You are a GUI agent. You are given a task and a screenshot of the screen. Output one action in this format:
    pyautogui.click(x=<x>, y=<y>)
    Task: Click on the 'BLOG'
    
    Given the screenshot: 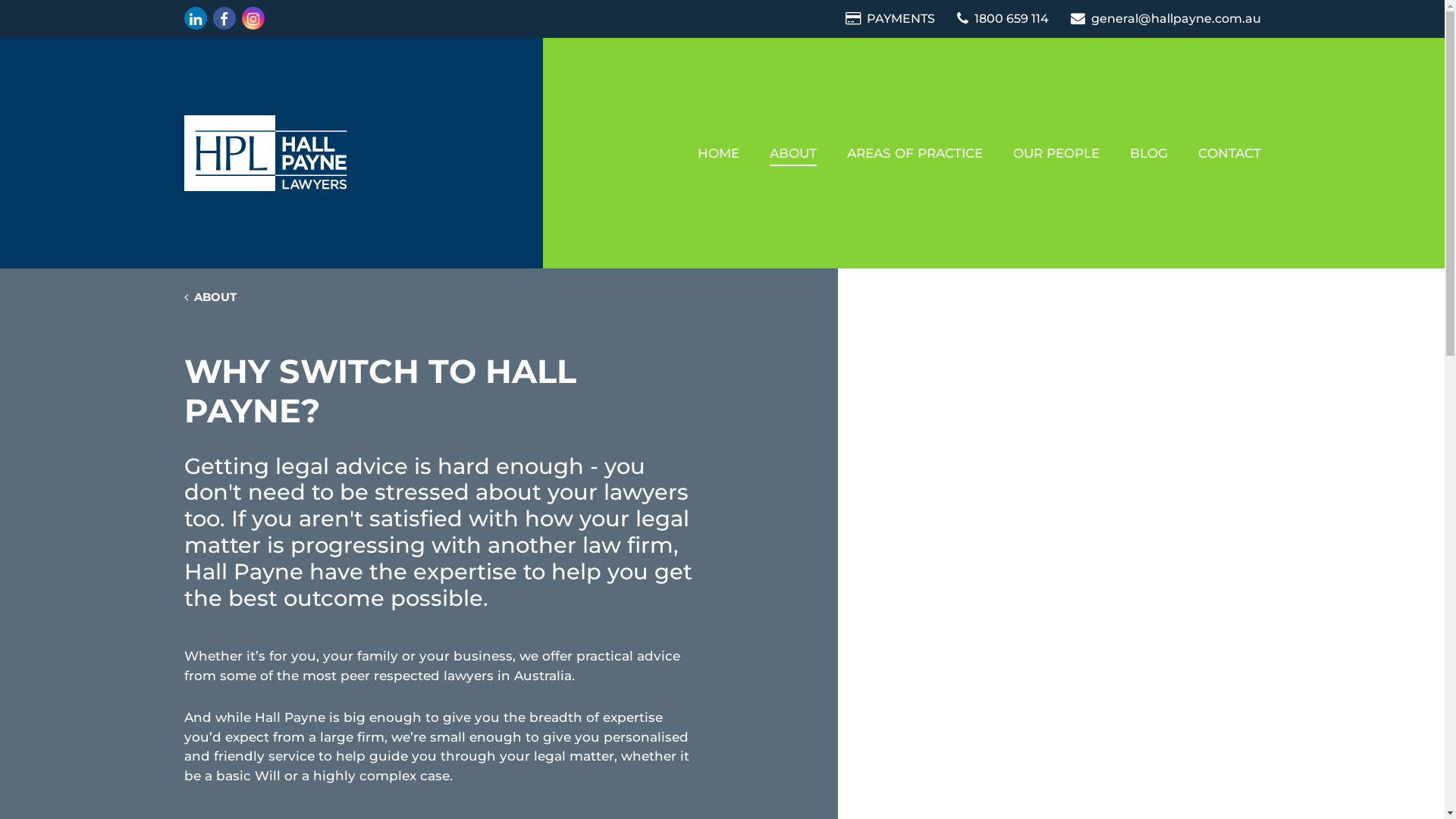 What is the action you would take?
    pyautogui.click(x=1149, y=152)
    